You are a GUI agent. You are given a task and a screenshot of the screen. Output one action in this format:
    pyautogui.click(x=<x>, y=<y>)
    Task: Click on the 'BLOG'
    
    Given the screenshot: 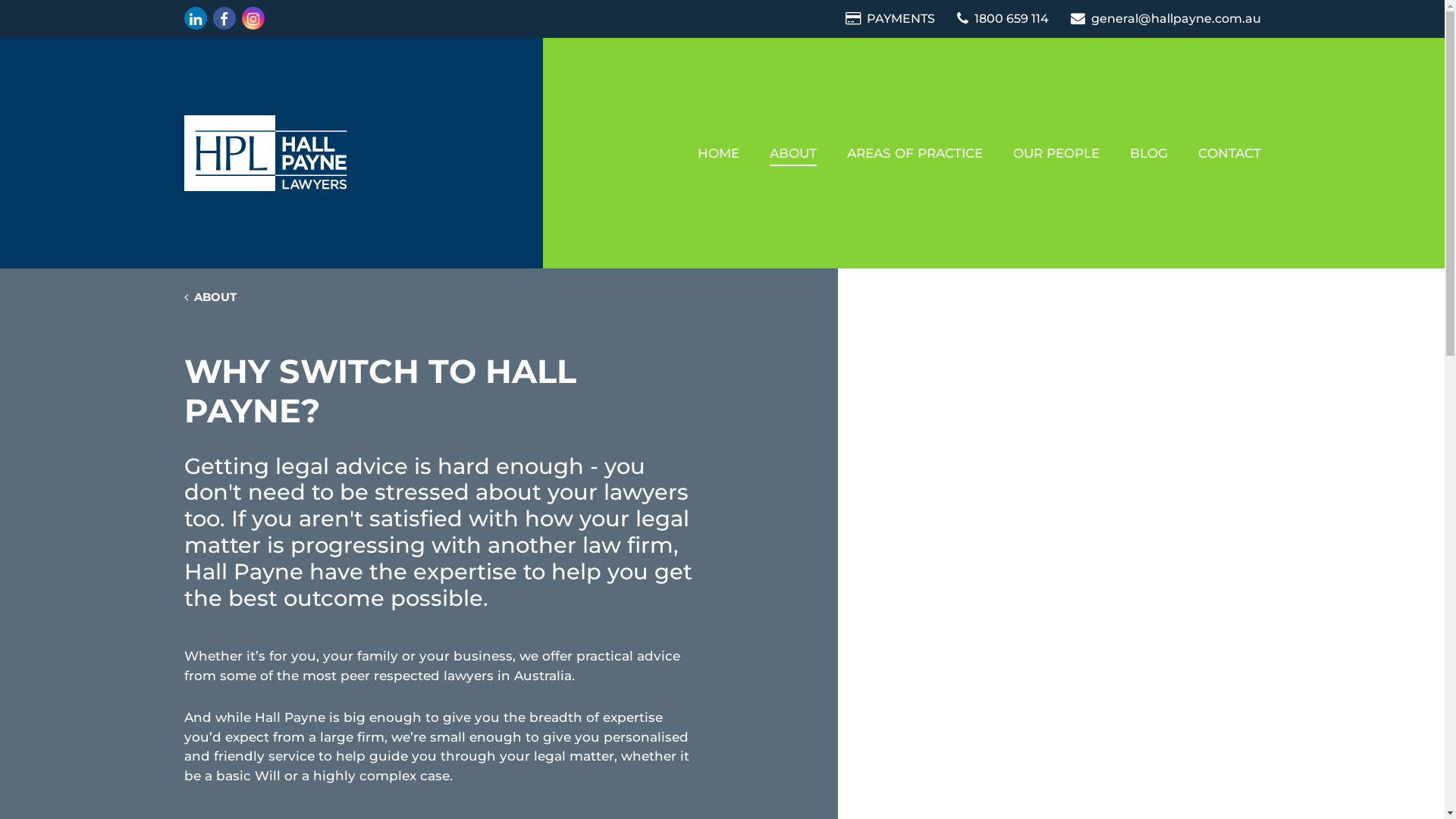 What is the action you would take?
    pyautogui.click(x=1149, y=152)
    